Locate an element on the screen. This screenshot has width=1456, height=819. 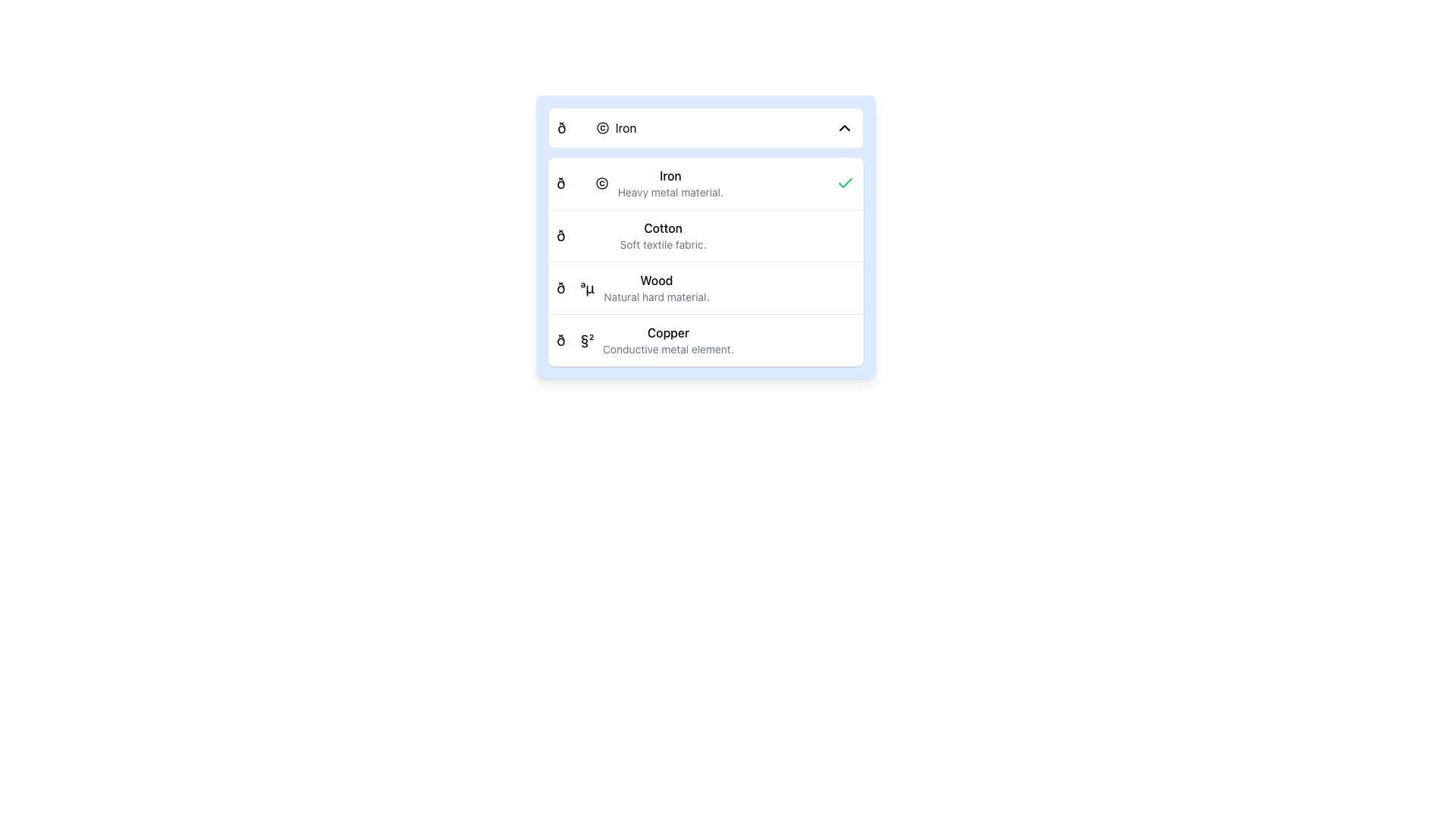
the selection indication is located at coordinates (844, 182).